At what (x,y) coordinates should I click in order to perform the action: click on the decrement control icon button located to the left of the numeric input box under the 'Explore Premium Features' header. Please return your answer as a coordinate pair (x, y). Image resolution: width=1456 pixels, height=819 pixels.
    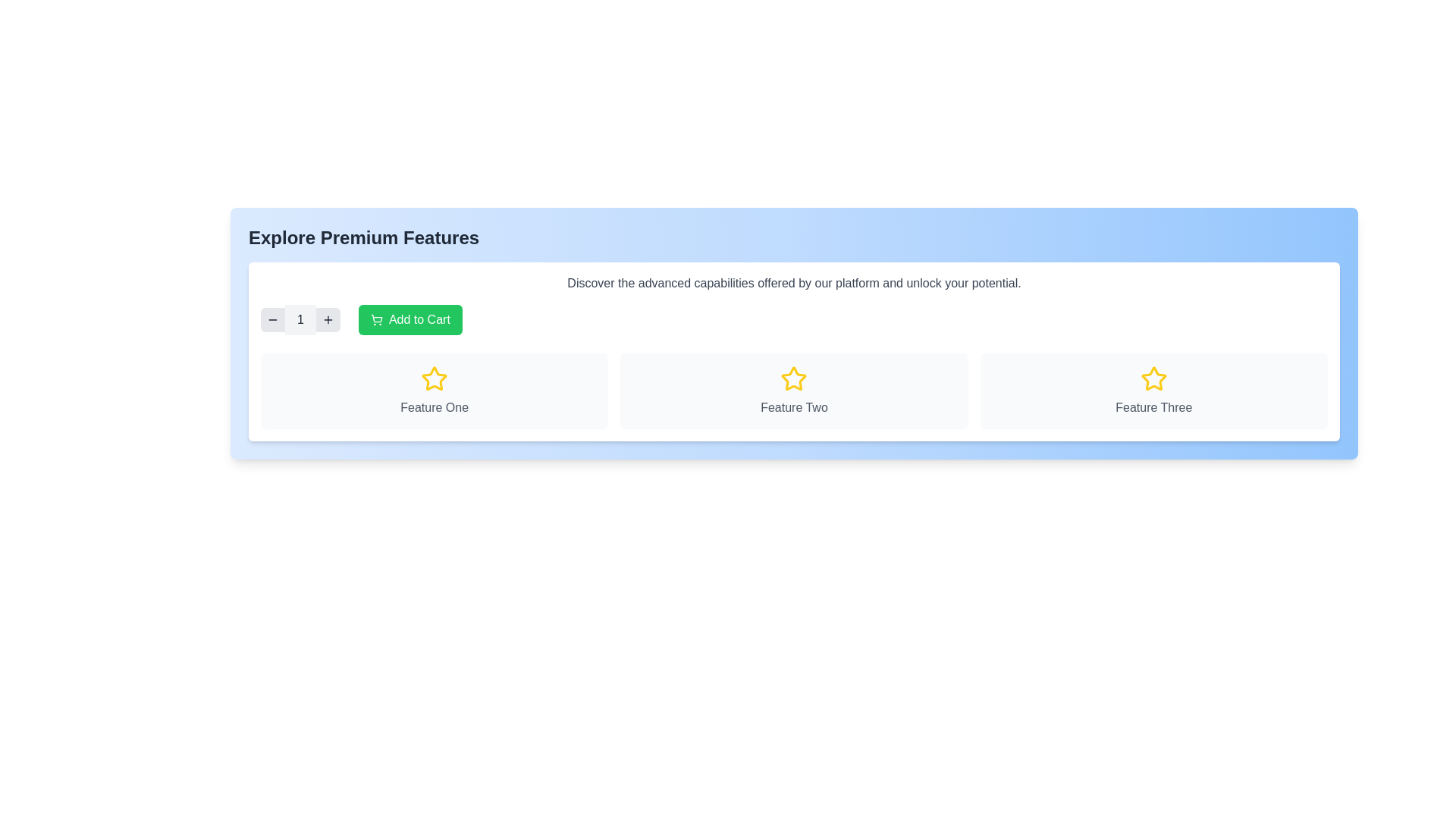
    Looking at the image, I should click on (273, 318).